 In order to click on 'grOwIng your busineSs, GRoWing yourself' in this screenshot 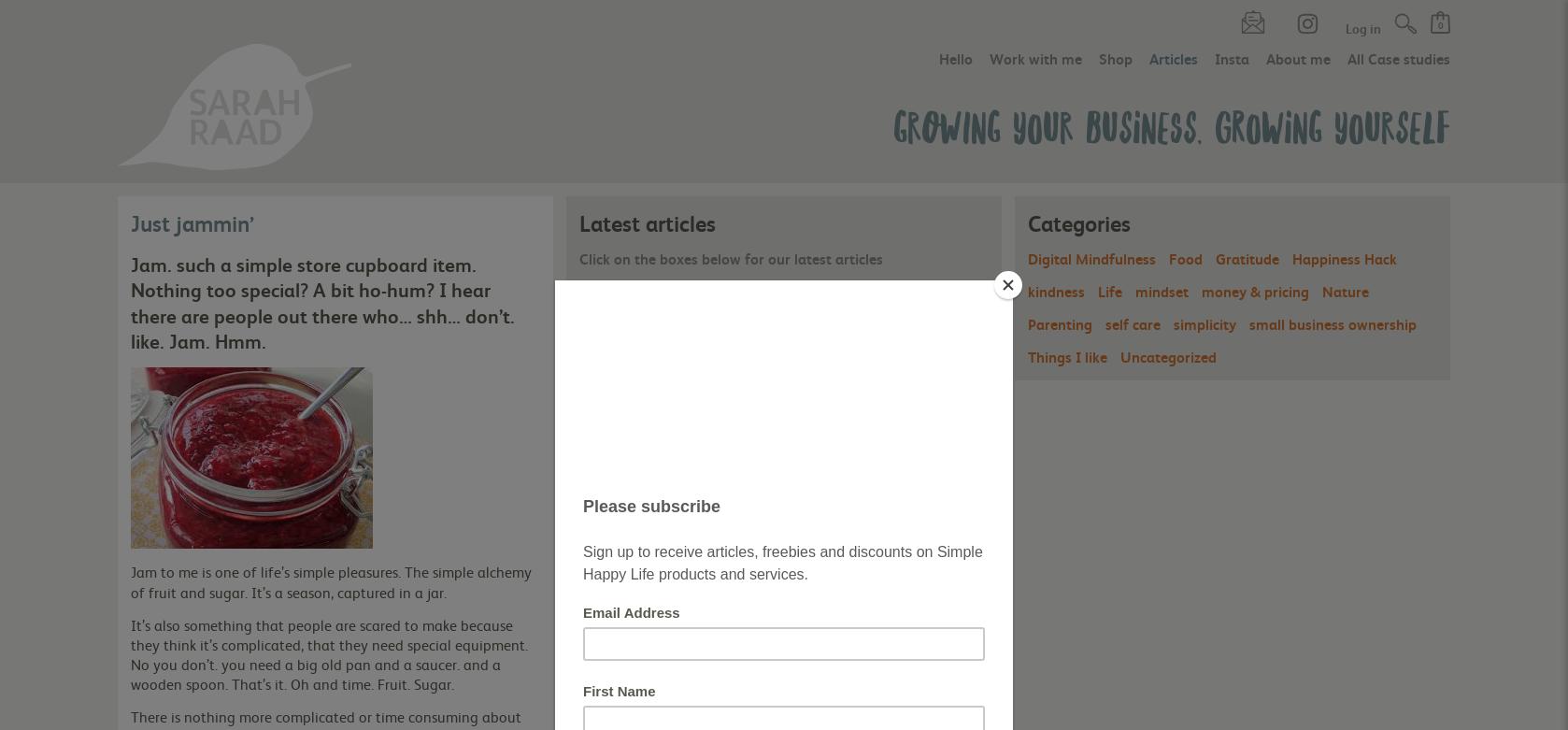, I will do `click(1171, 123)`.